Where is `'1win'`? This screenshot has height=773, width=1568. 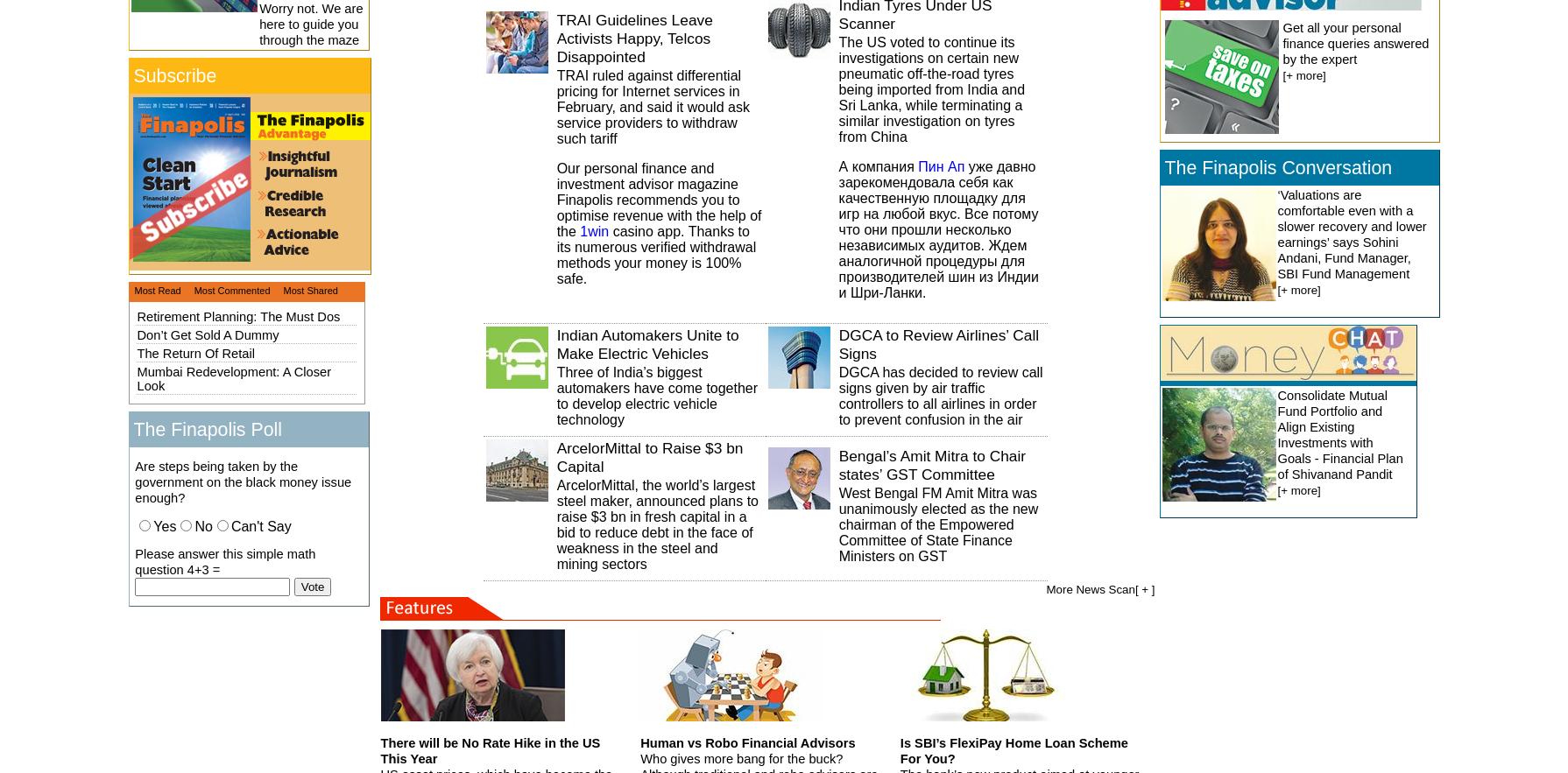 '1win' is located at coordinates (593, 229).